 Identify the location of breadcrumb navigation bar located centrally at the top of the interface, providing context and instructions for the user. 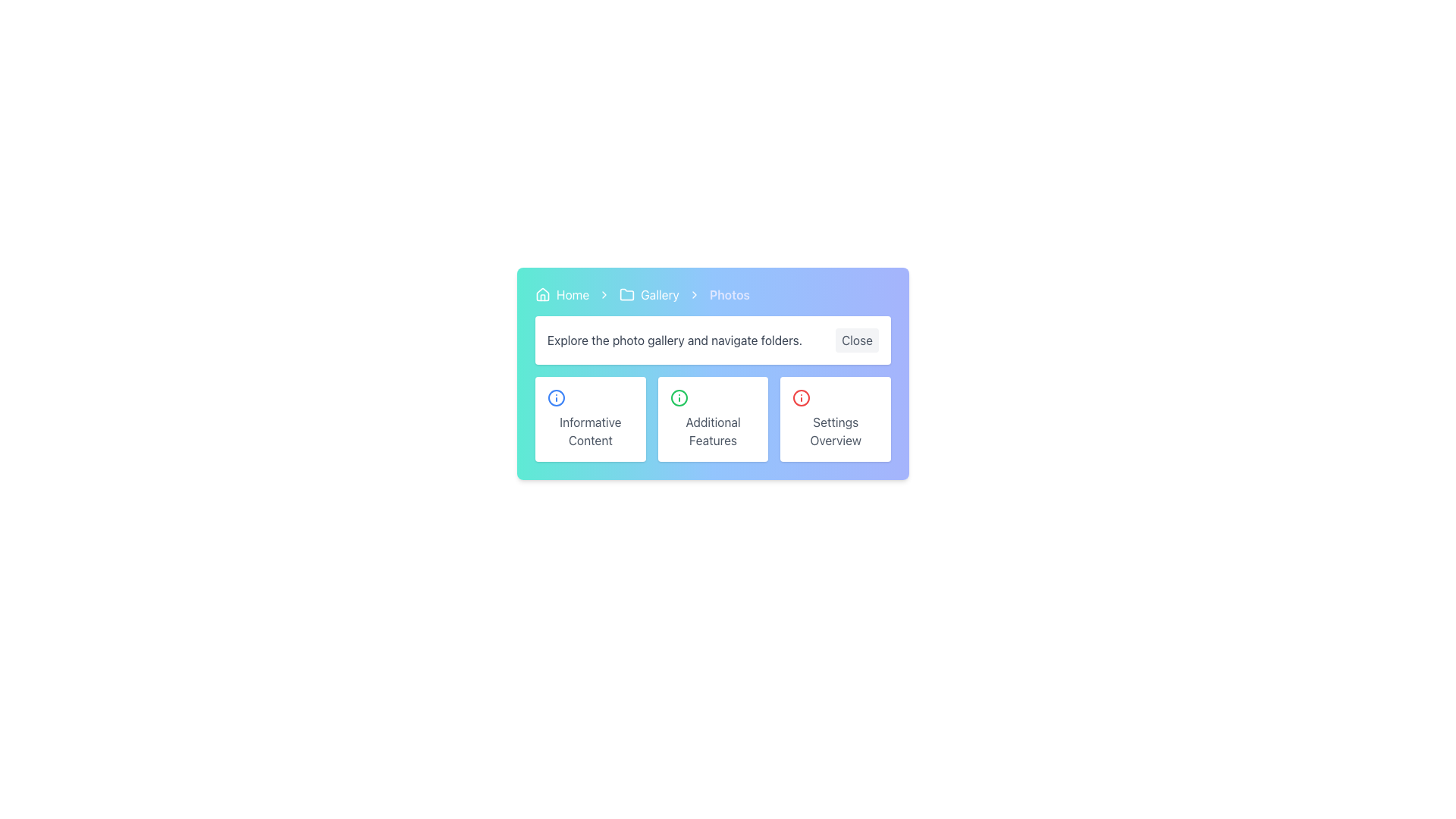
(712, 324).